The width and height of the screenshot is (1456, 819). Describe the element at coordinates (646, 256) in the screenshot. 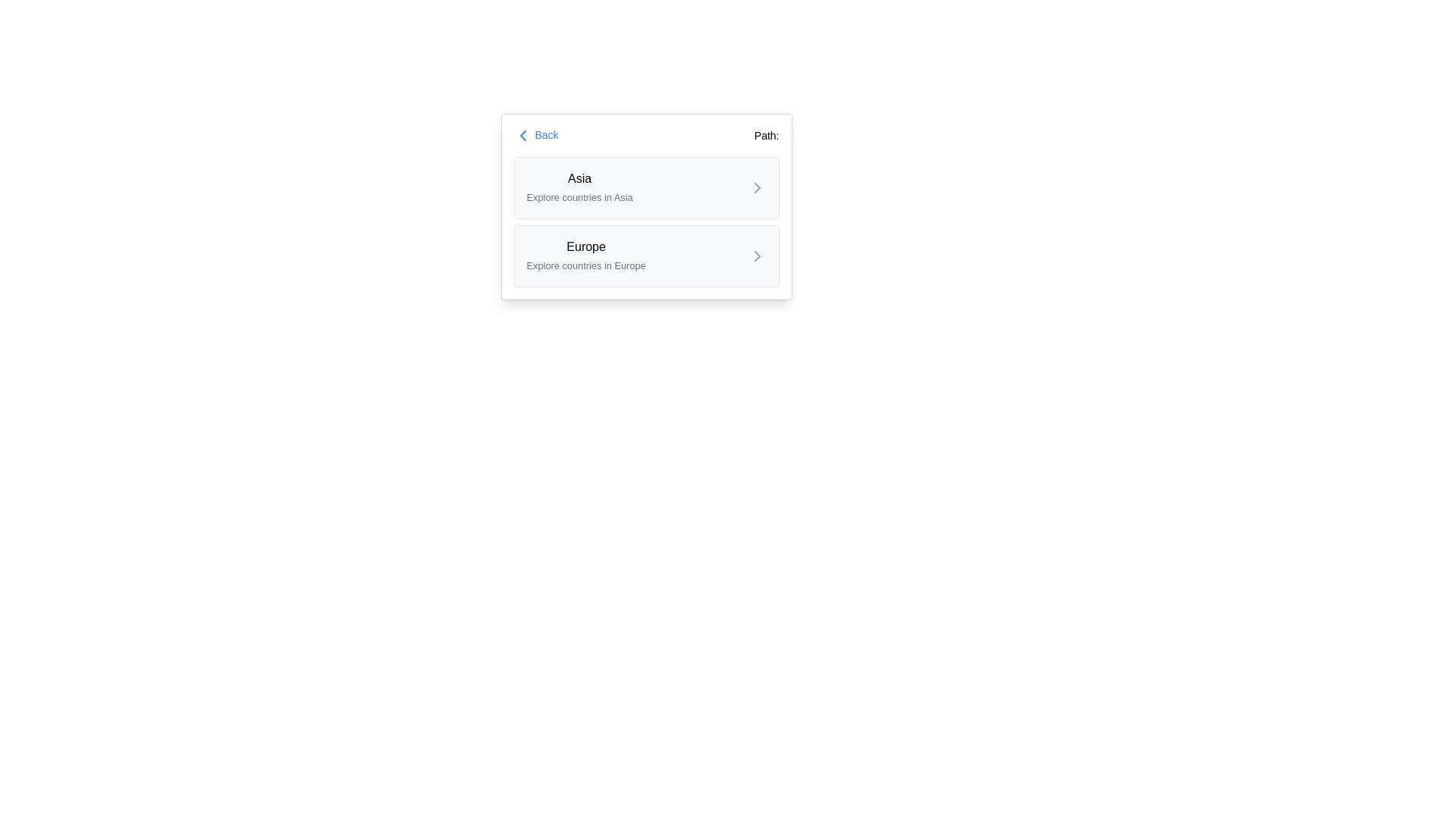

I see `the second navigation card related to exploring countries in Europe` at that location.